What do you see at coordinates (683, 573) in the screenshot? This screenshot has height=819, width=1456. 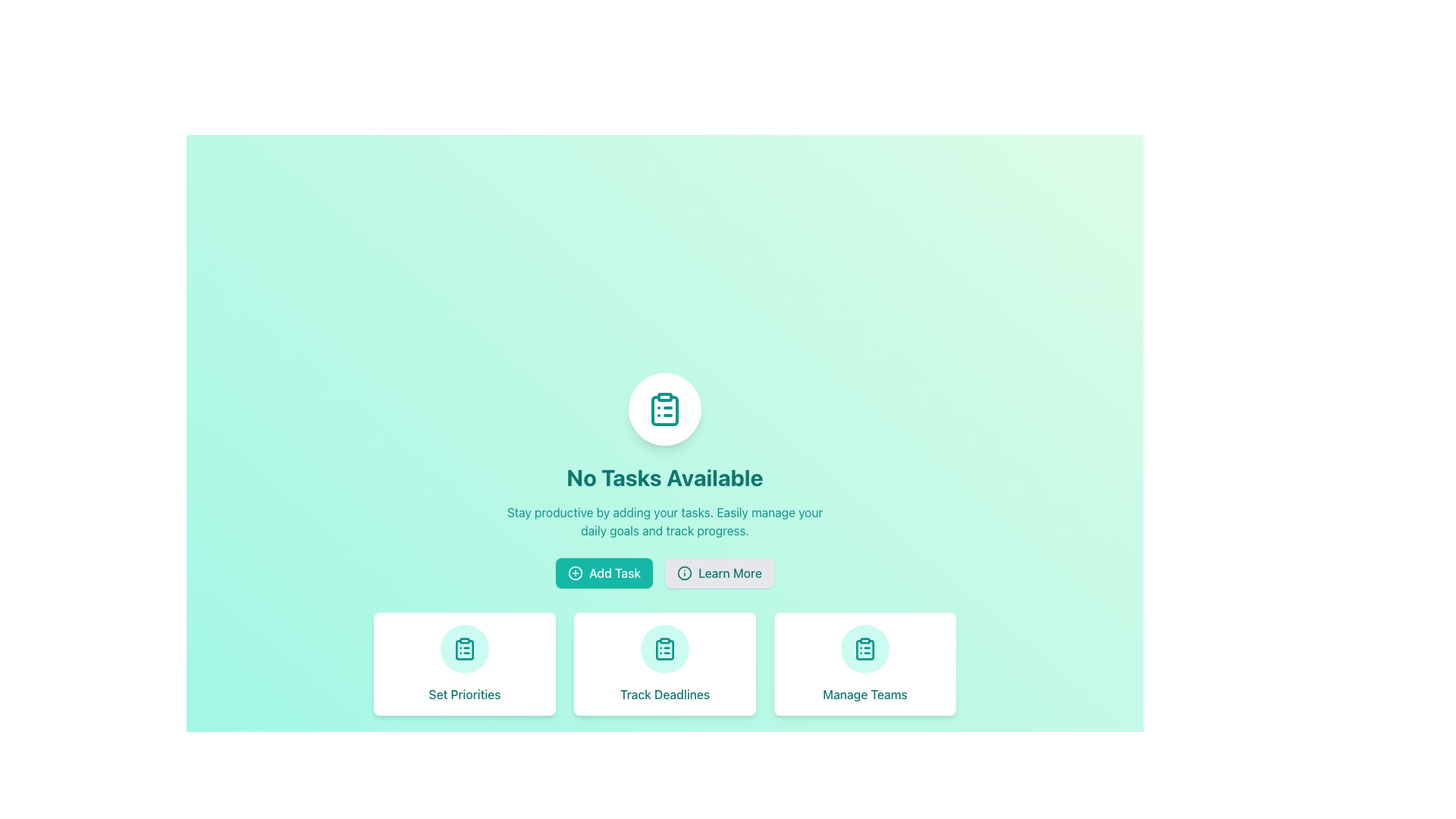 I see `the information icon located at the leftmost part of the 'Learn More' button, which is positioned below the headline 'No Tasks Available'` at bounding box center [683, 573].